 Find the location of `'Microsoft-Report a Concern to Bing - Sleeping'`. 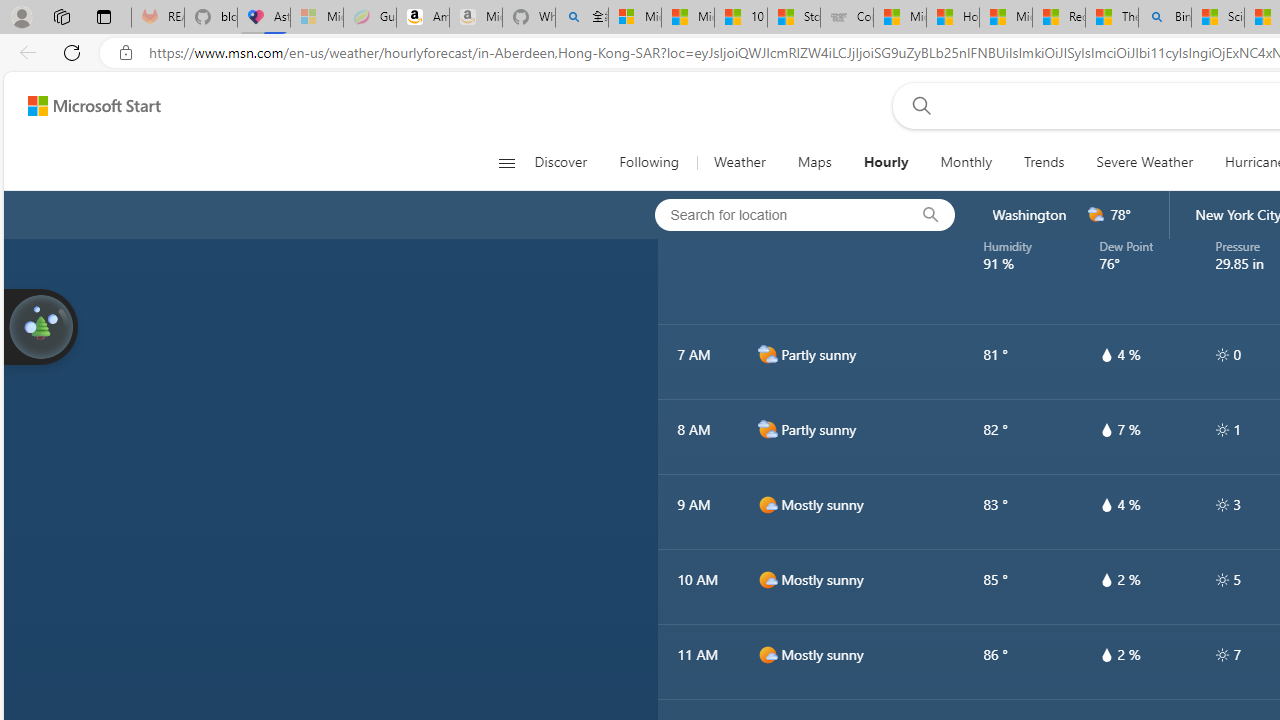

'Microsoft-Report a Concern to Bing - Sleeping' is located at coordinates (315, 17).